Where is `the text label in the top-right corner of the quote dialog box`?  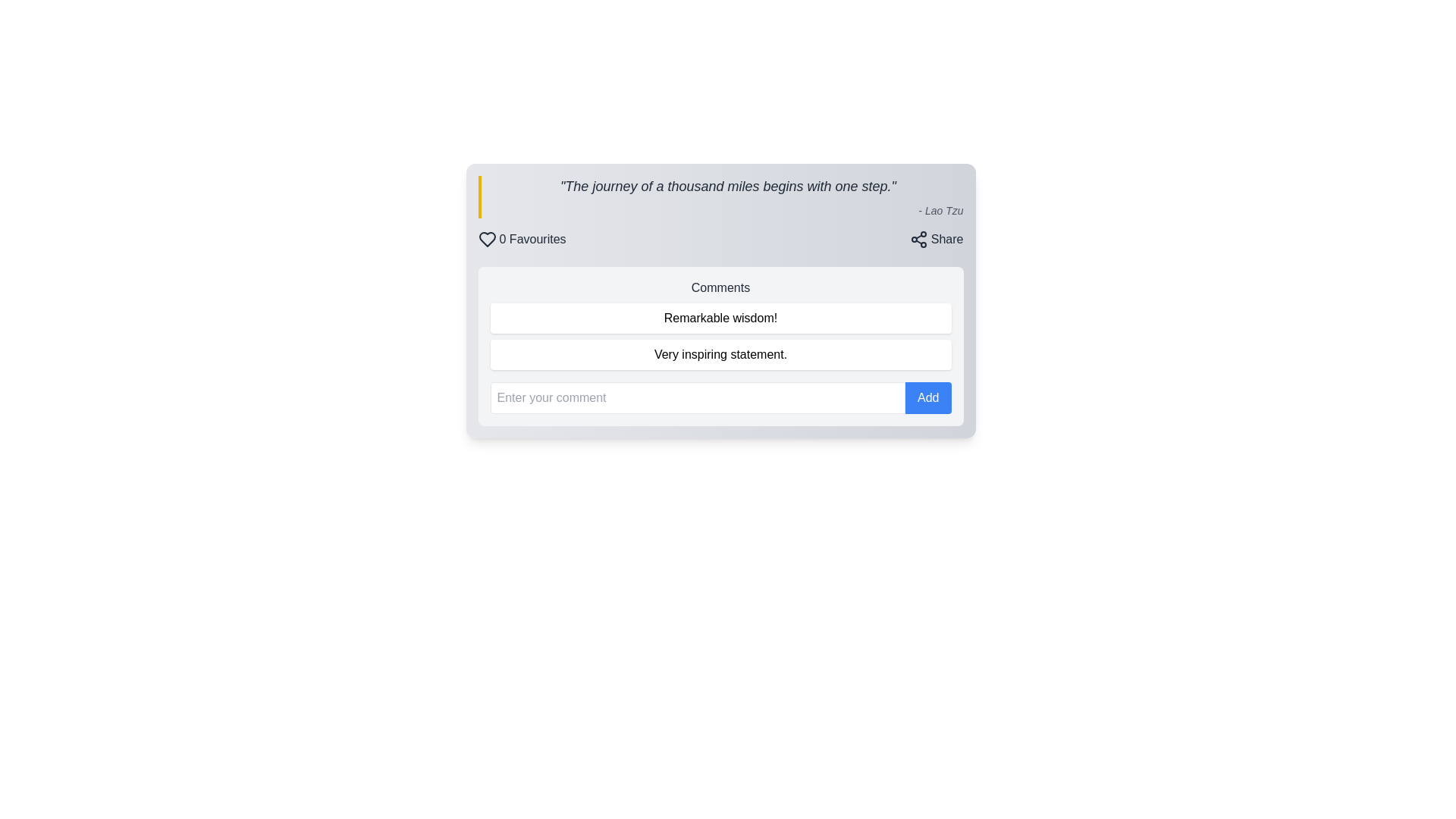
the text label in the top-right corner of the quote dialog box is located at coordinates (946, 239).